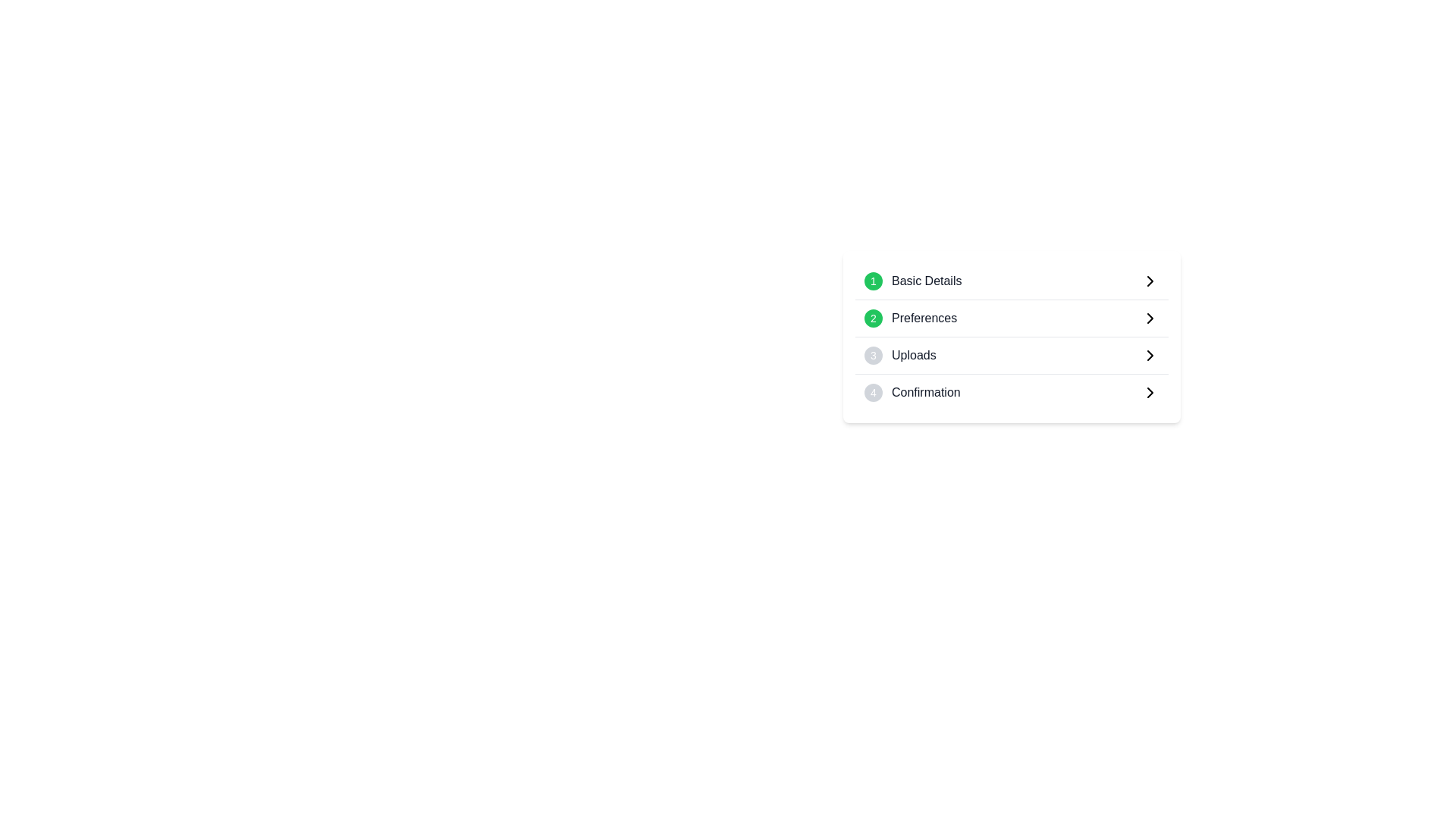 The image size is (1456, 819). Describe the element at coordinates (912, 391) in the screenshot. I see `the fourth step labeled 'Confirmation' in the progress indicator, which is located below the 'Uploads' step in a vertical list` at that location.